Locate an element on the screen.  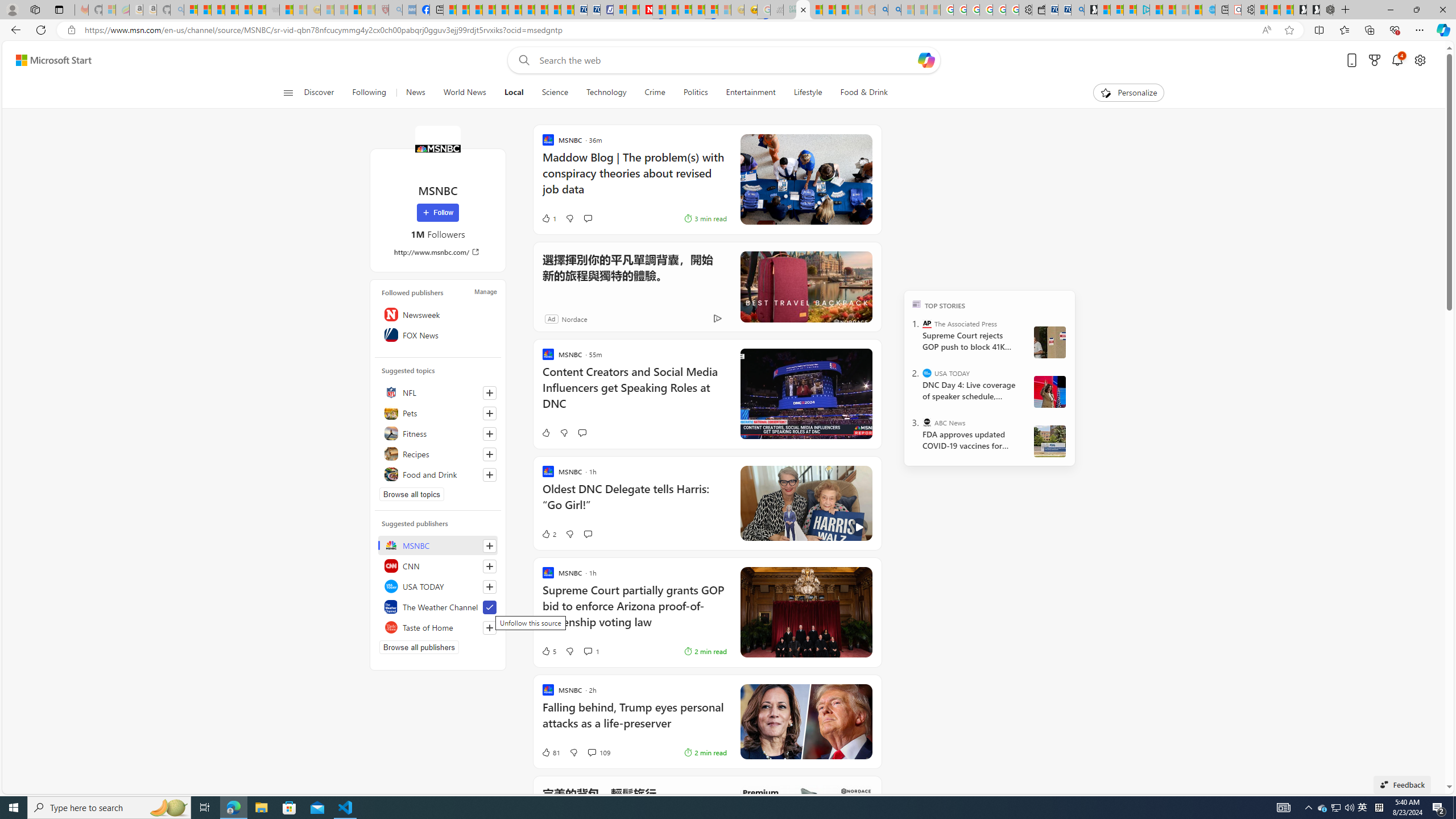
'81 Like' is located at coordinates (549, 751).